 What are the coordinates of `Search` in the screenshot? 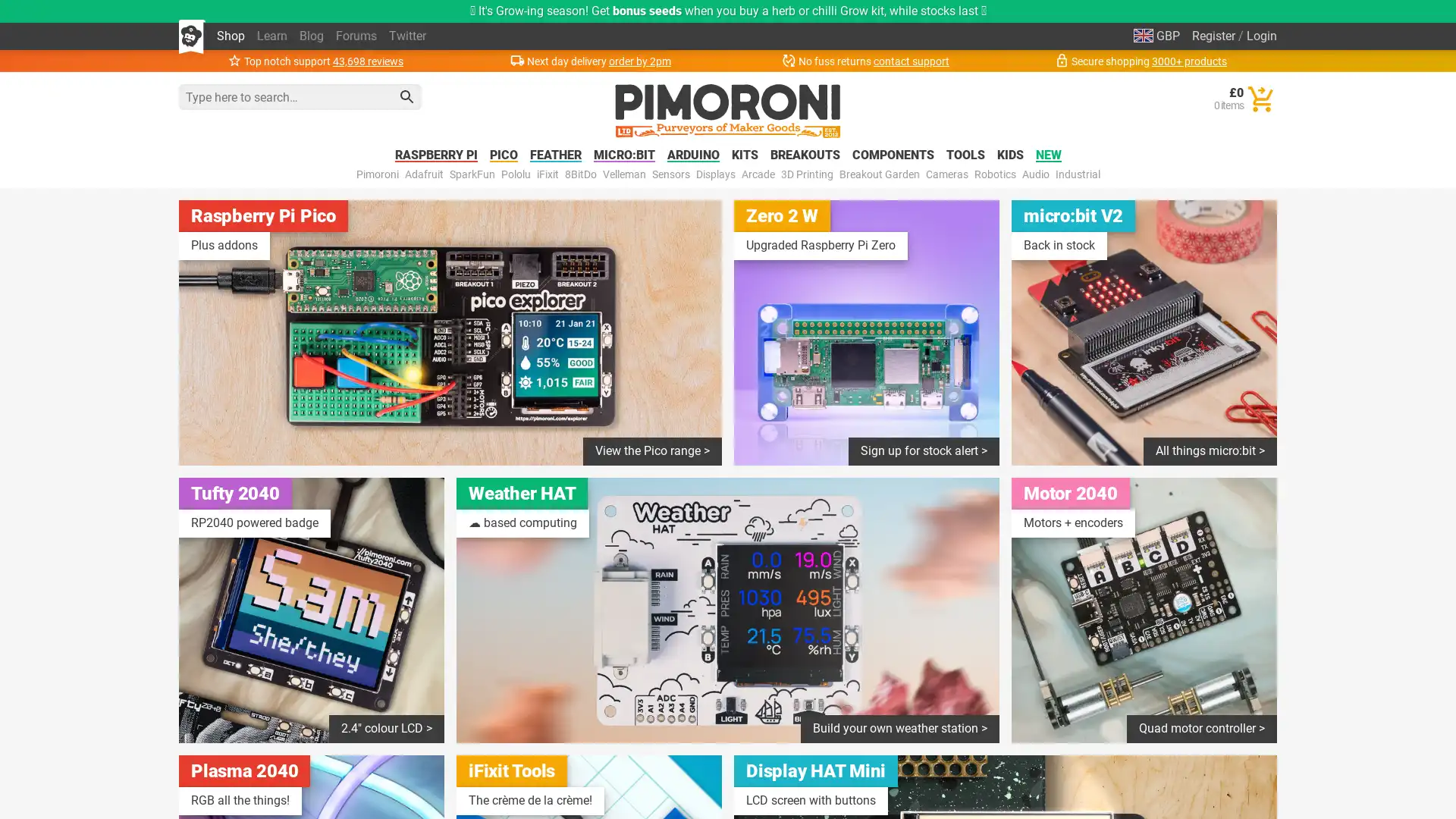 It's located at (407, 96).